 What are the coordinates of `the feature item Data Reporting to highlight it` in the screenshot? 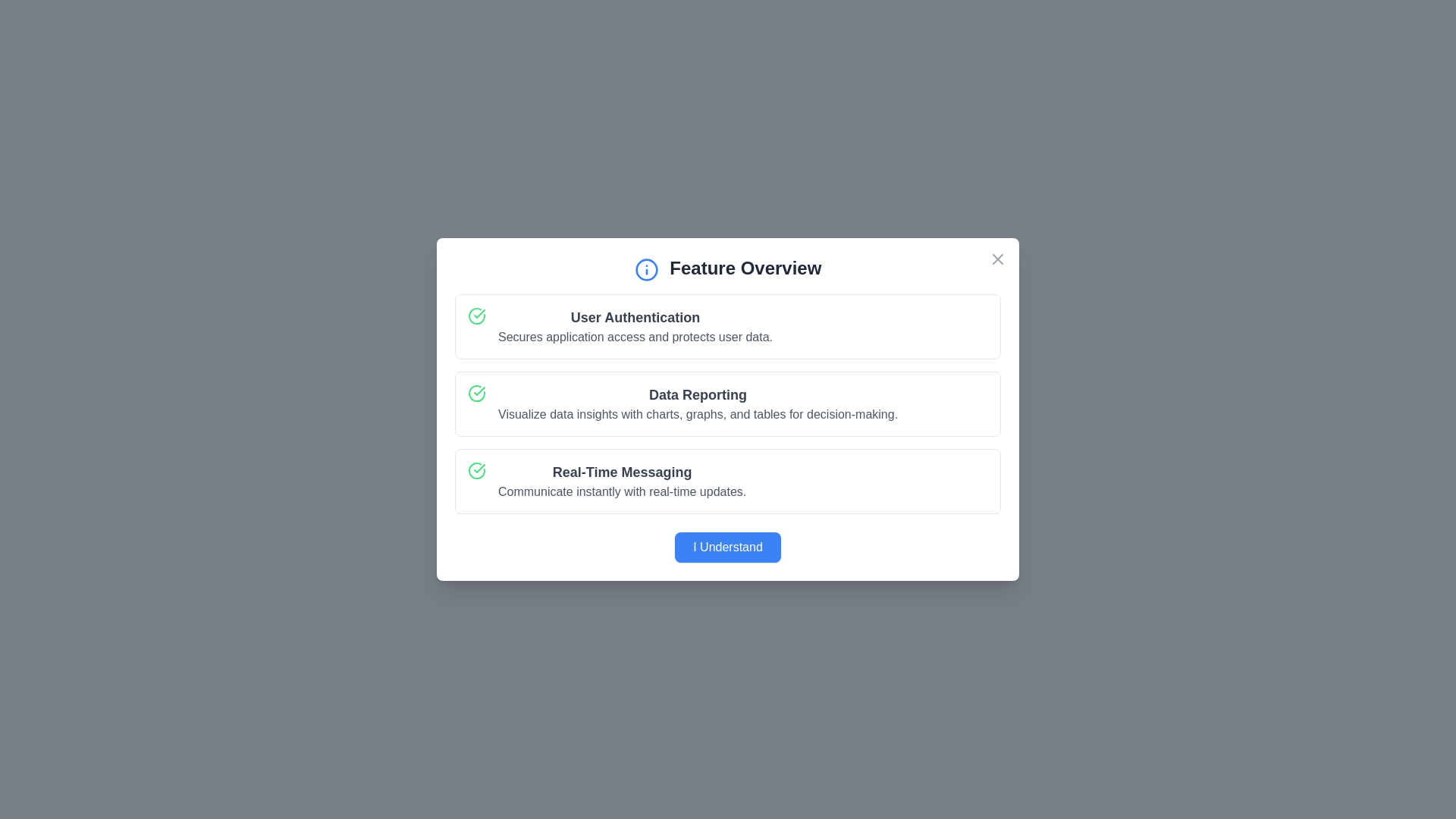 It's located at (728, 403).